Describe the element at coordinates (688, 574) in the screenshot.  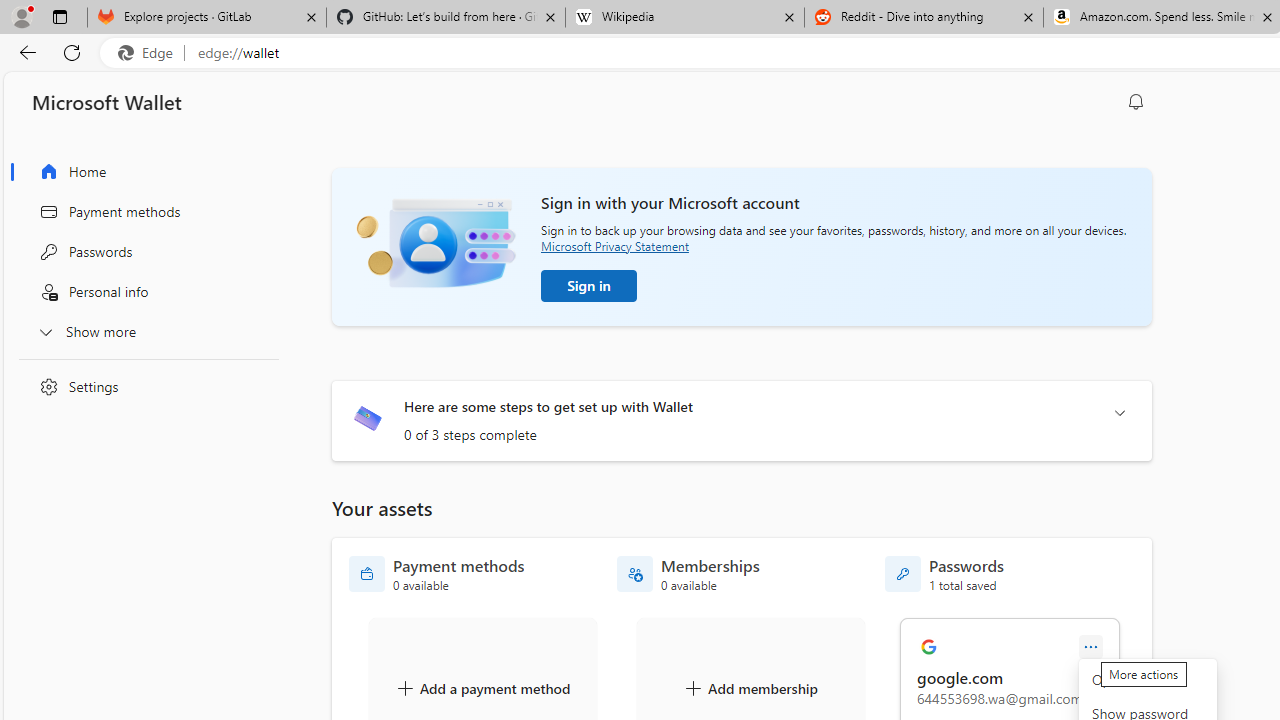
I see `'Memberships - 0 available'` at that location.